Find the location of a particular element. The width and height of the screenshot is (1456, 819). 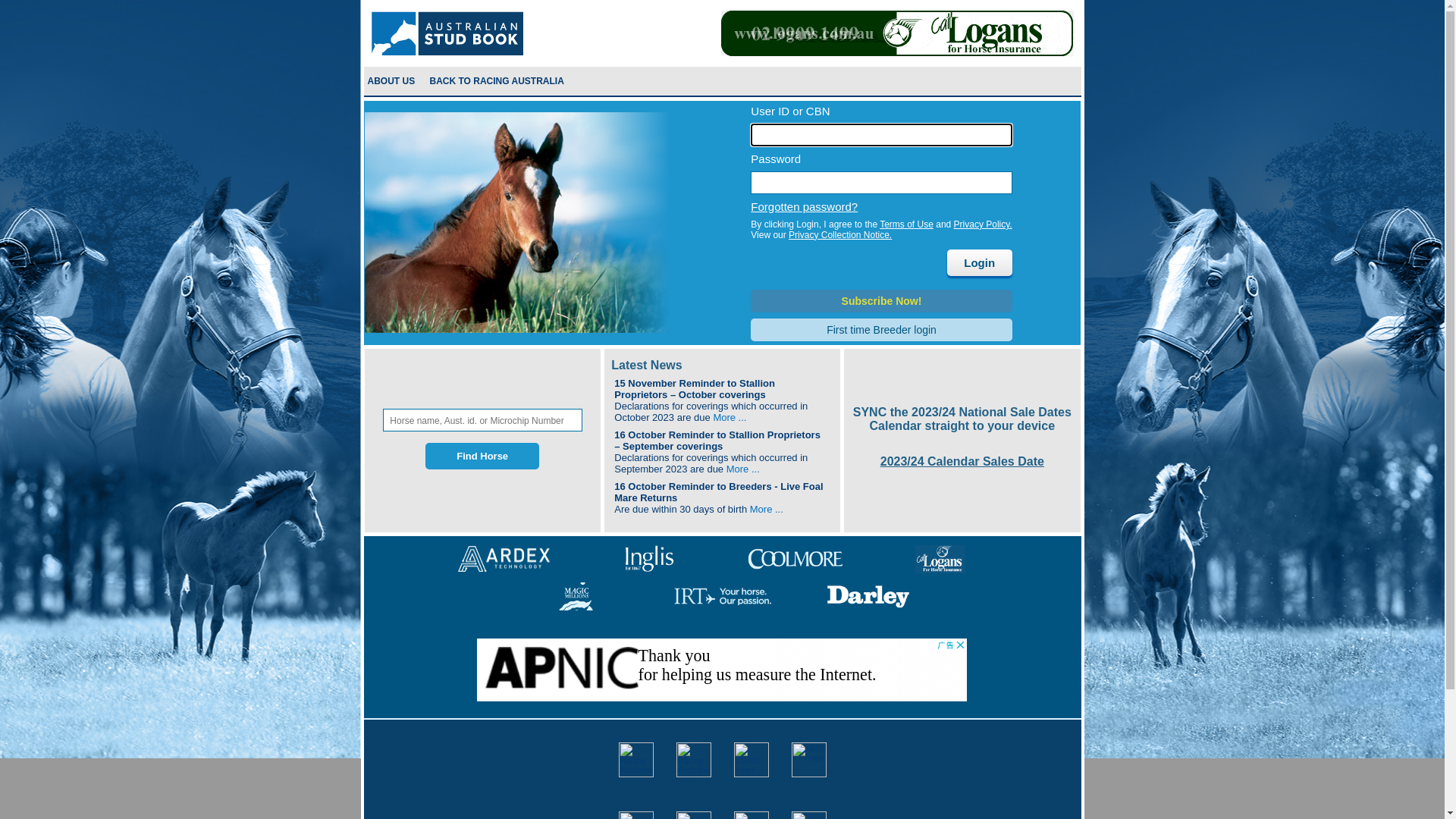

'2023/24 Calendar Sales Date' is located at coordinates (880, 460).